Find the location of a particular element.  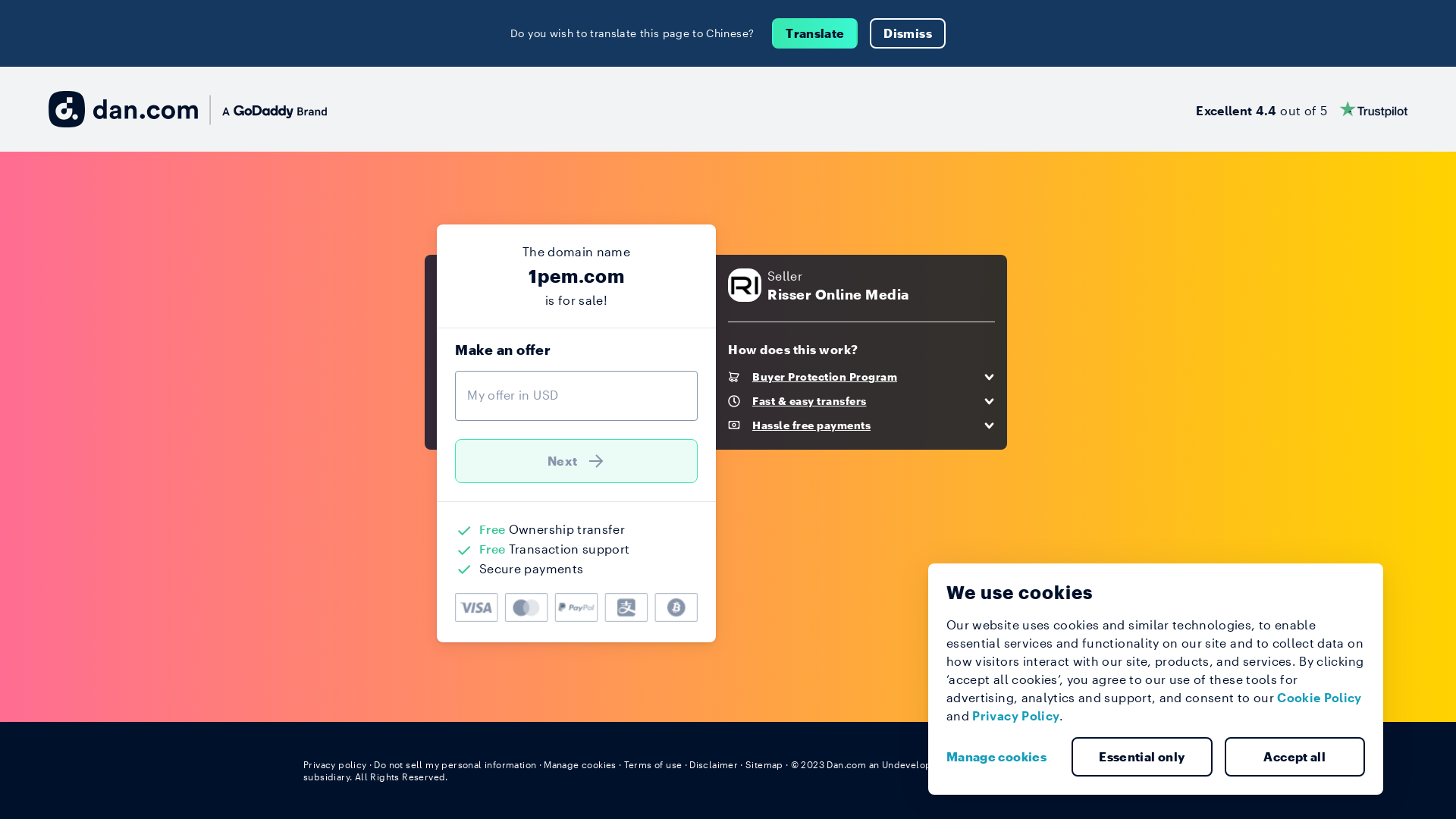

'Sitemap' is located at coordinates (764, 764).